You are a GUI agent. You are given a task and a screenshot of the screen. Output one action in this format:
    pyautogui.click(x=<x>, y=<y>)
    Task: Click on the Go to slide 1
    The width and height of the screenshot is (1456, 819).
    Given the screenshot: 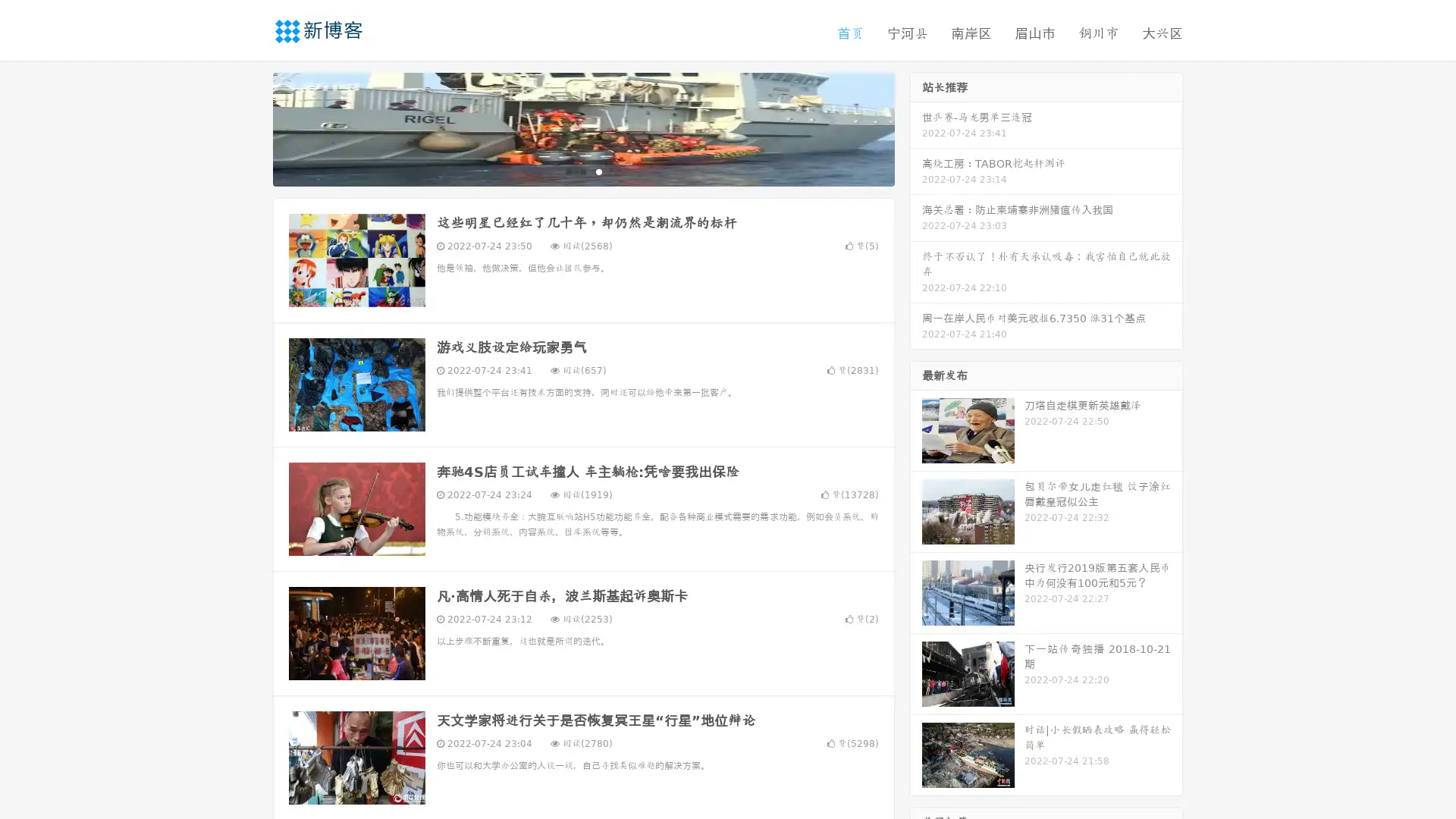 What is the action you would take?
    pyautogui.click(x=567, y=171)
    